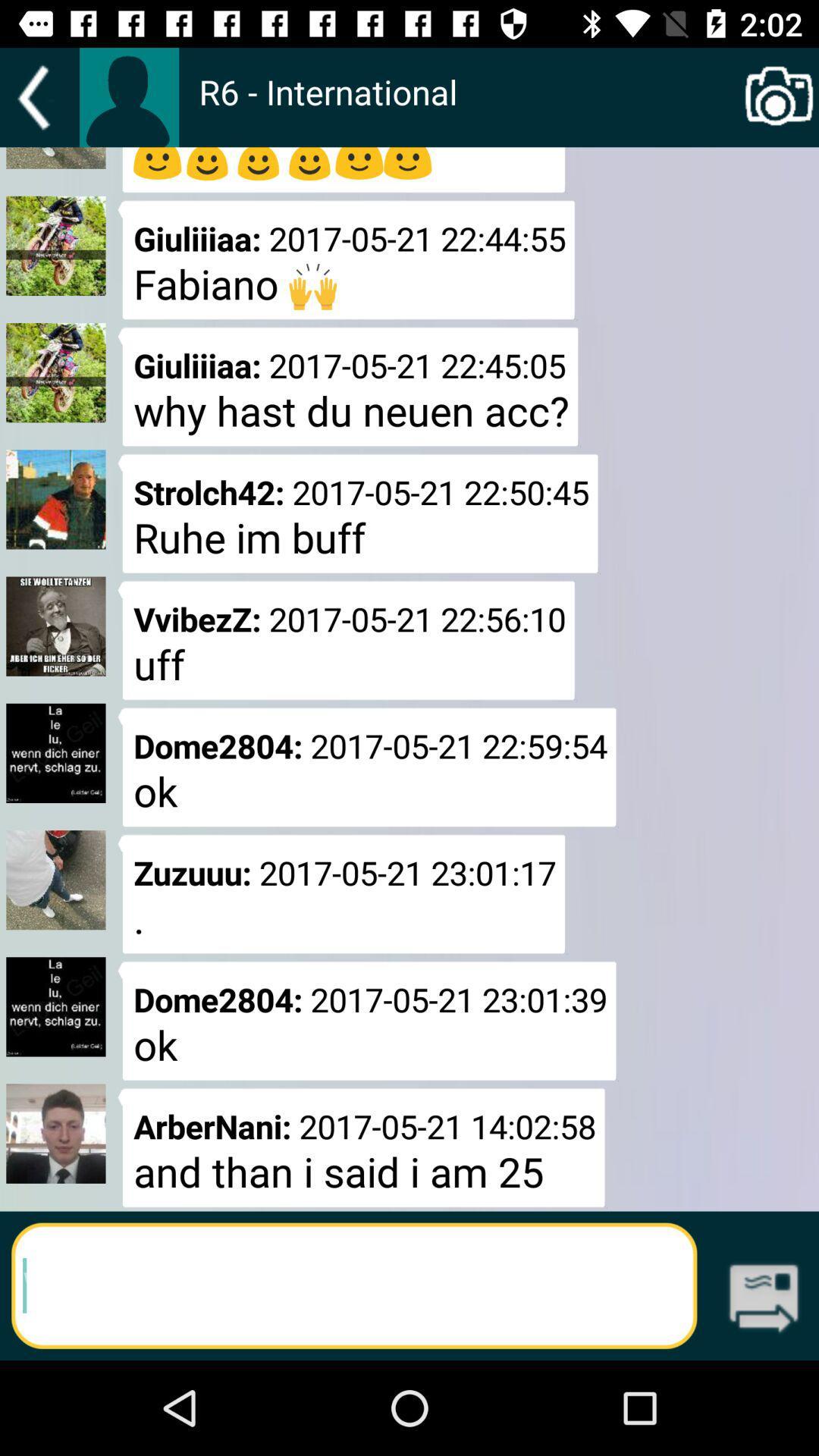 The width and height of the screenshot is (819, 1456). What do you see at coordinates (39, 97) in the screenshot?
I see `goes back` at bounding box center [39, 97].